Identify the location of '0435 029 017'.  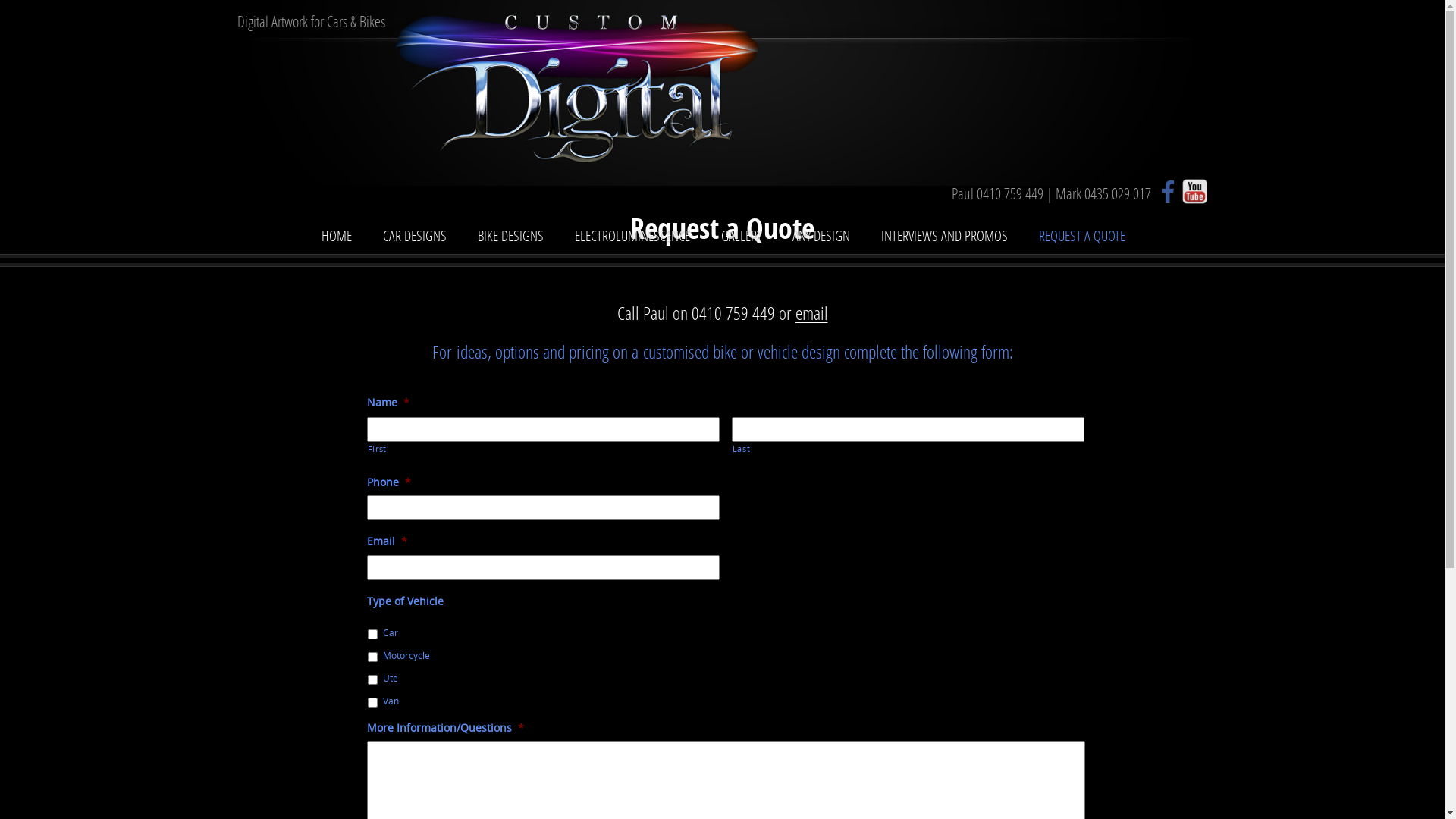
(1117, 192).